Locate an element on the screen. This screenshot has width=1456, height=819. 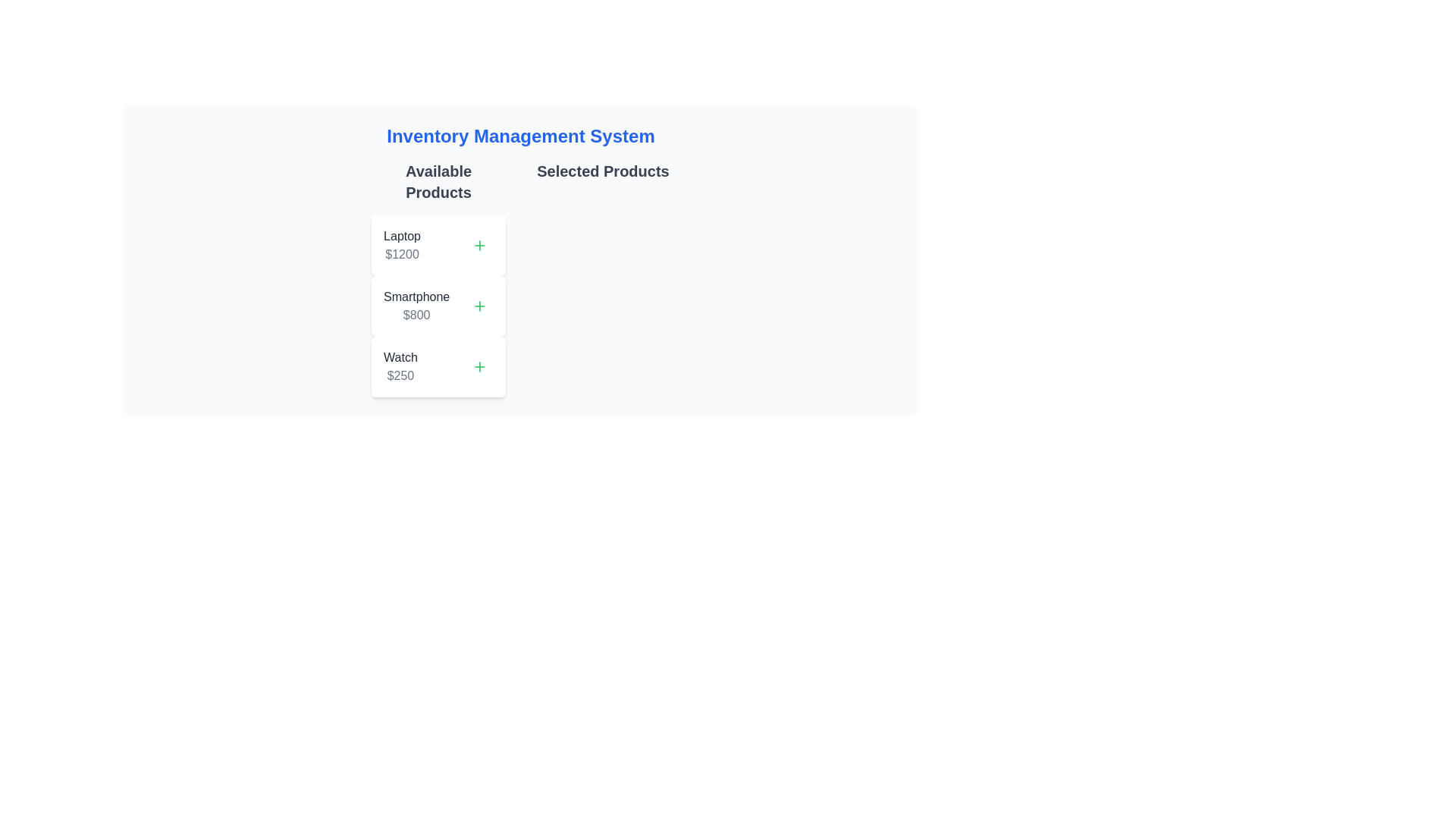
text content of the title label representing the product name located at the top-left corner of the first item card in the 'Available Products' section is located at coordinates (402, 237).